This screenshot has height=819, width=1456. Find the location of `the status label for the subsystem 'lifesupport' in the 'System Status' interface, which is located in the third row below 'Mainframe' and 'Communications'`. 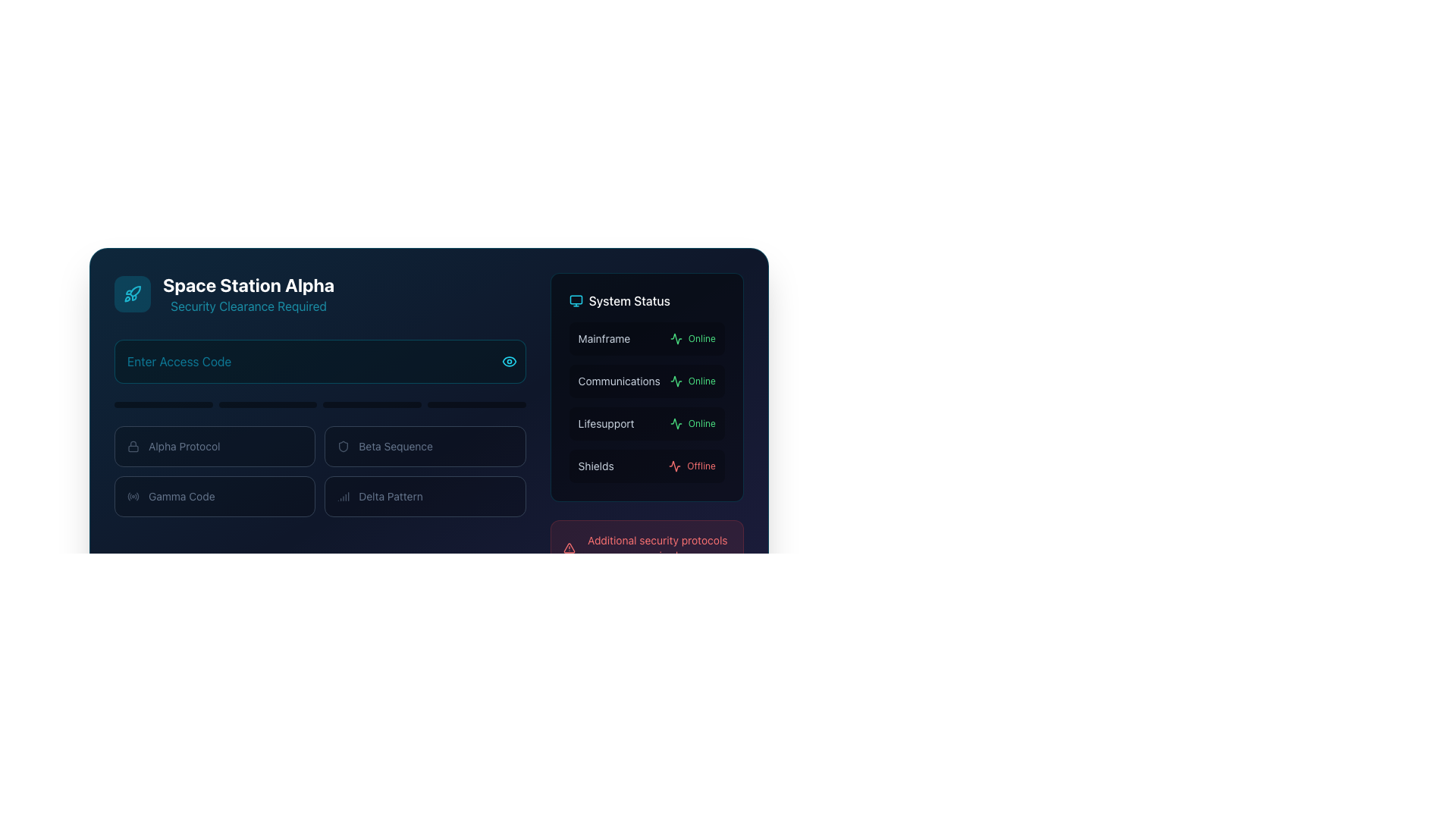

the status label for the subsystem 'lifesupport' in the 'System Status' interface, which is located in the third row below 'Mainframe' and 'Communications' is located at coordinates (605, 424).